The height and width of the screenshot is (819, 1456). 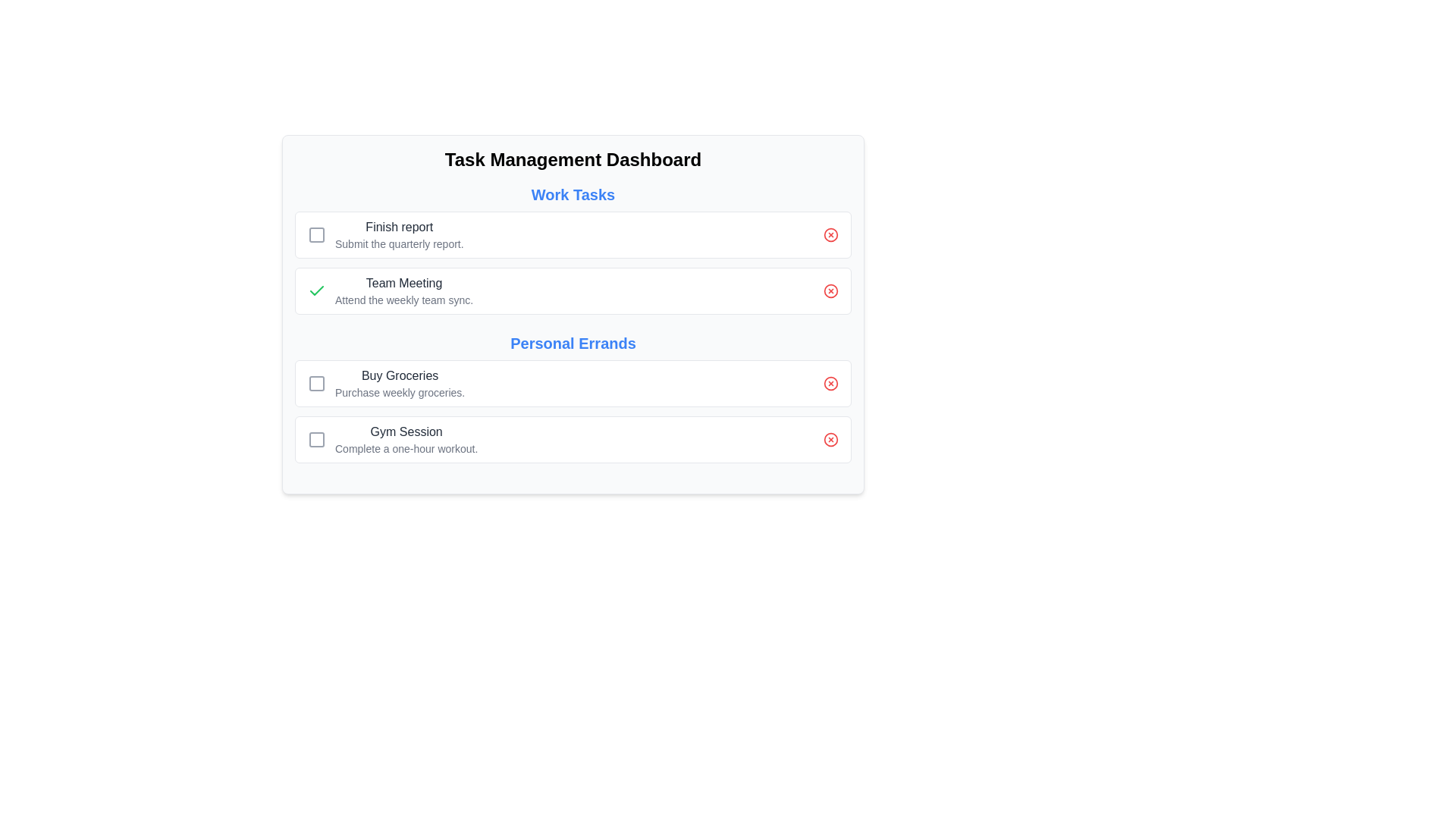 What do you see at coordinates (403, 300) in the screenshot?
I see `the Text label providing additional details about the 'Team Meeting' task, located beneath the 'Team Meeting' header in the 'Work Tasks' section` at bounding box center [403, 300].